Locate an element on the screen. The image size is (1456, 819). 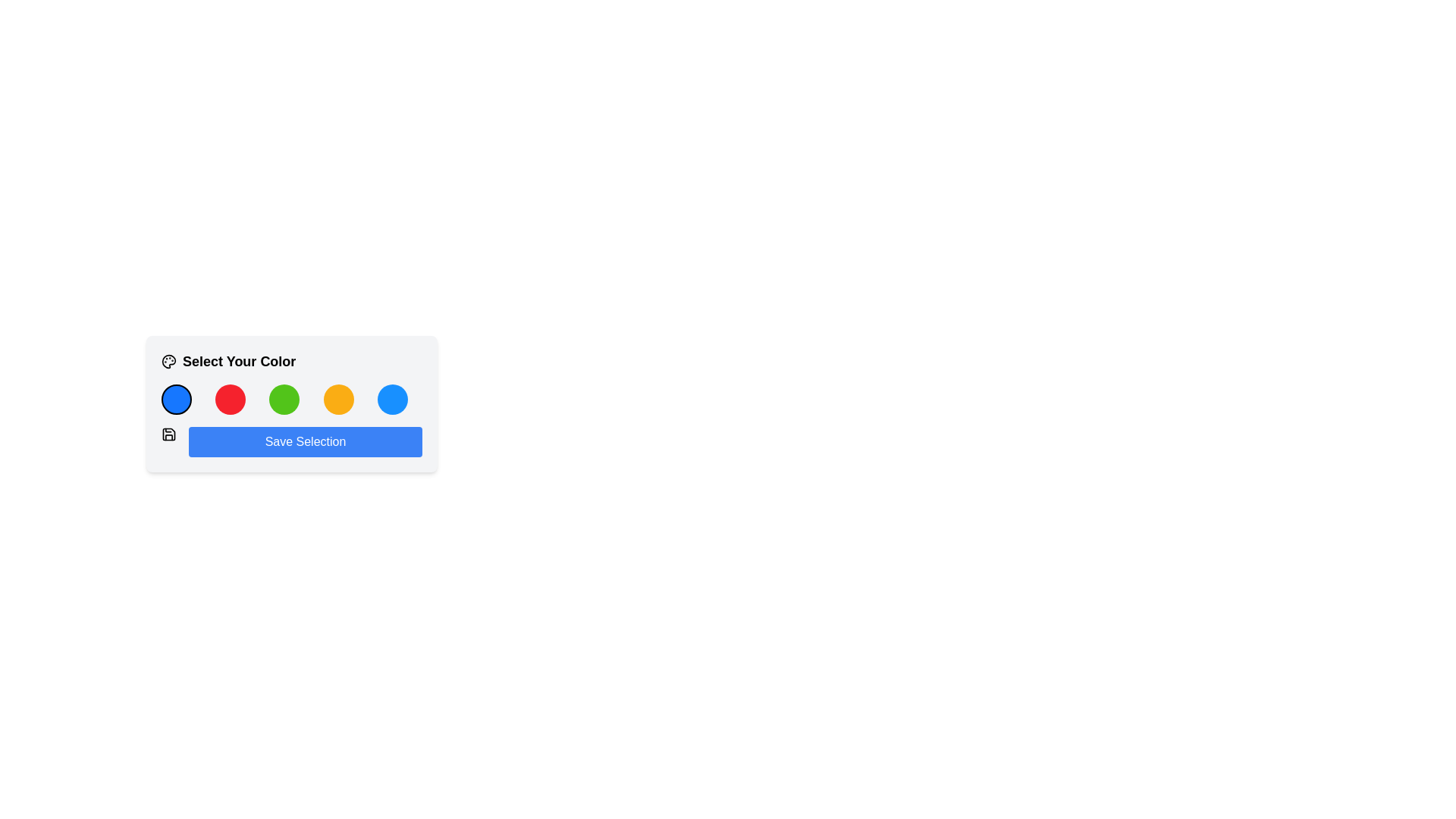
the prominent blue button labeled 'Save Selection' is located at coordinates (291, 421).